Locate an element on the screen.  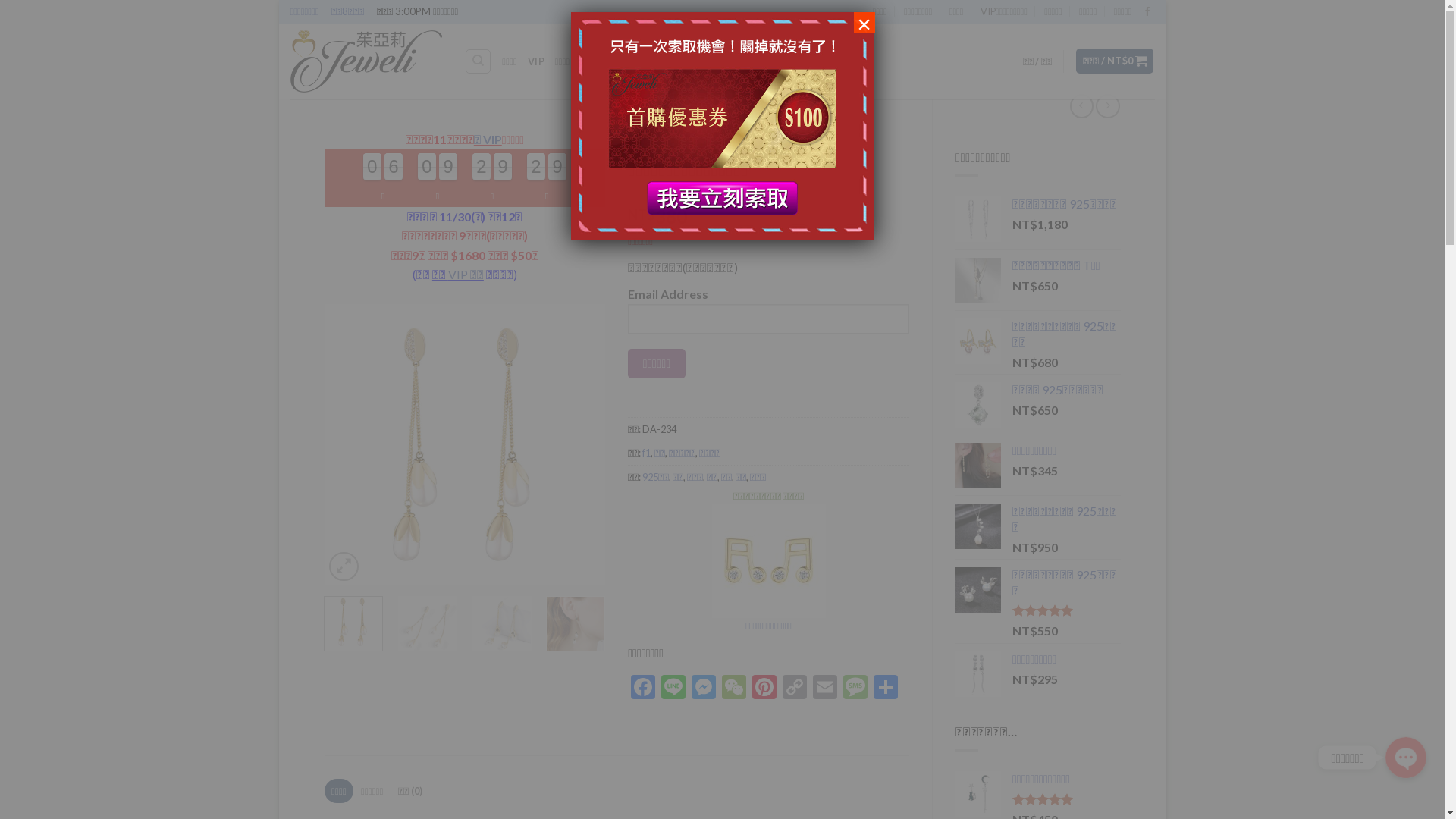
'Facebook' is located at coordinates (628, 688).